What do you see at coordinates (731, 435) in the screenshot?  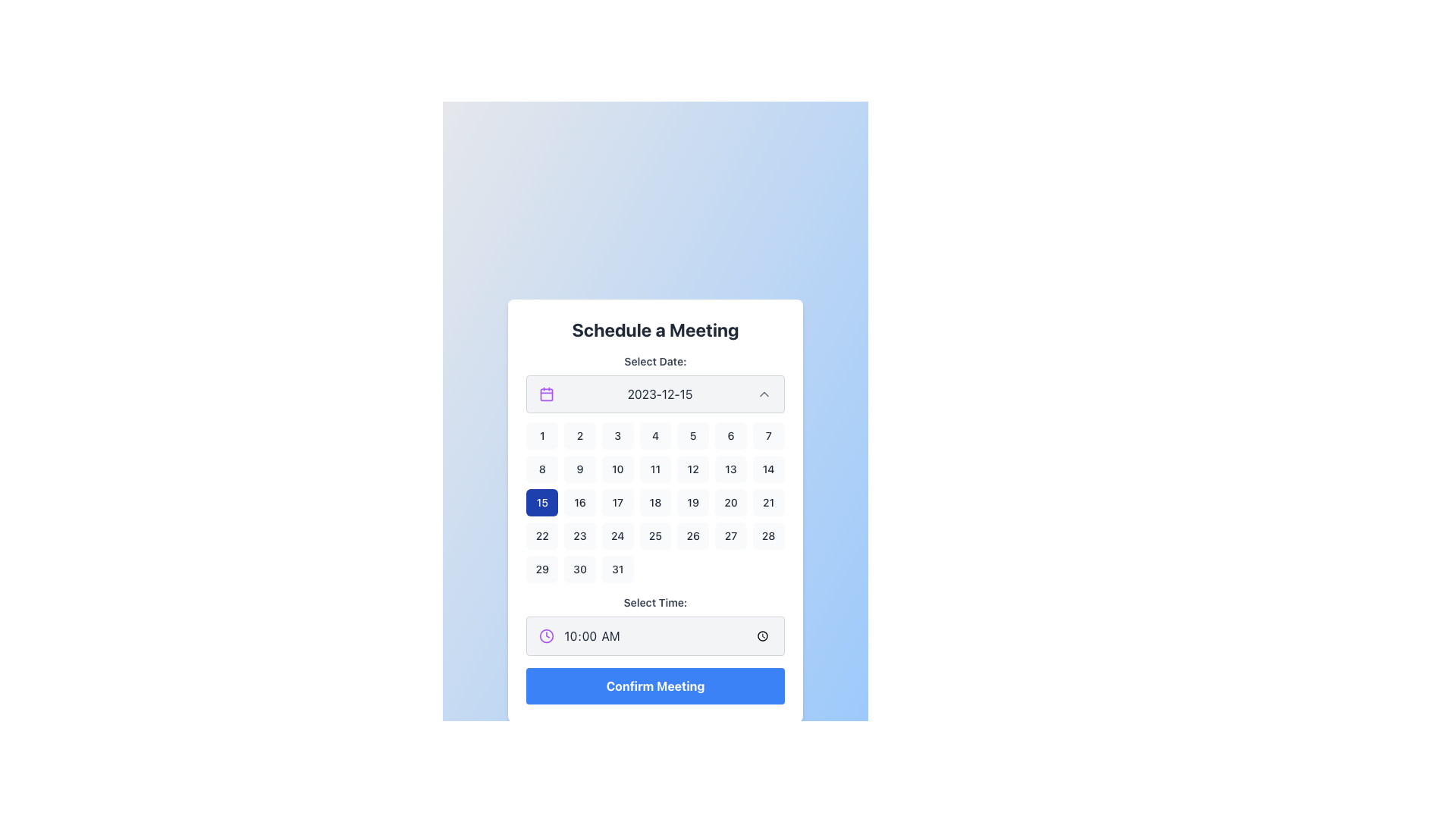 I see `the interactive date selector button located in the top row of the calendar, specifically the 6th button` at bounding box center [731, 435].